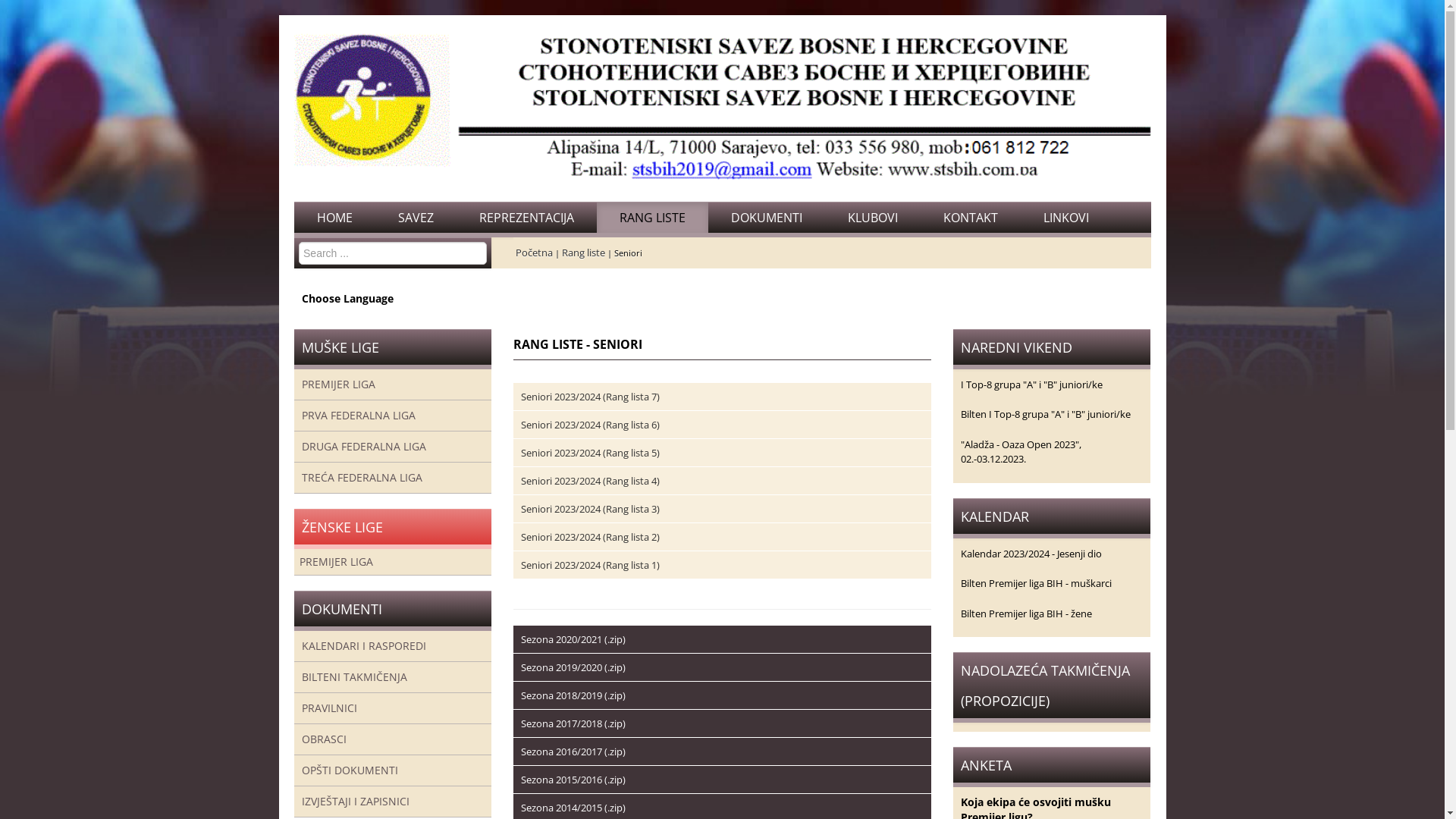 The image size is (1456, 819). I want to click on 'Seniori 2023/2024 (Rang lista 3)', so click(589, 509).